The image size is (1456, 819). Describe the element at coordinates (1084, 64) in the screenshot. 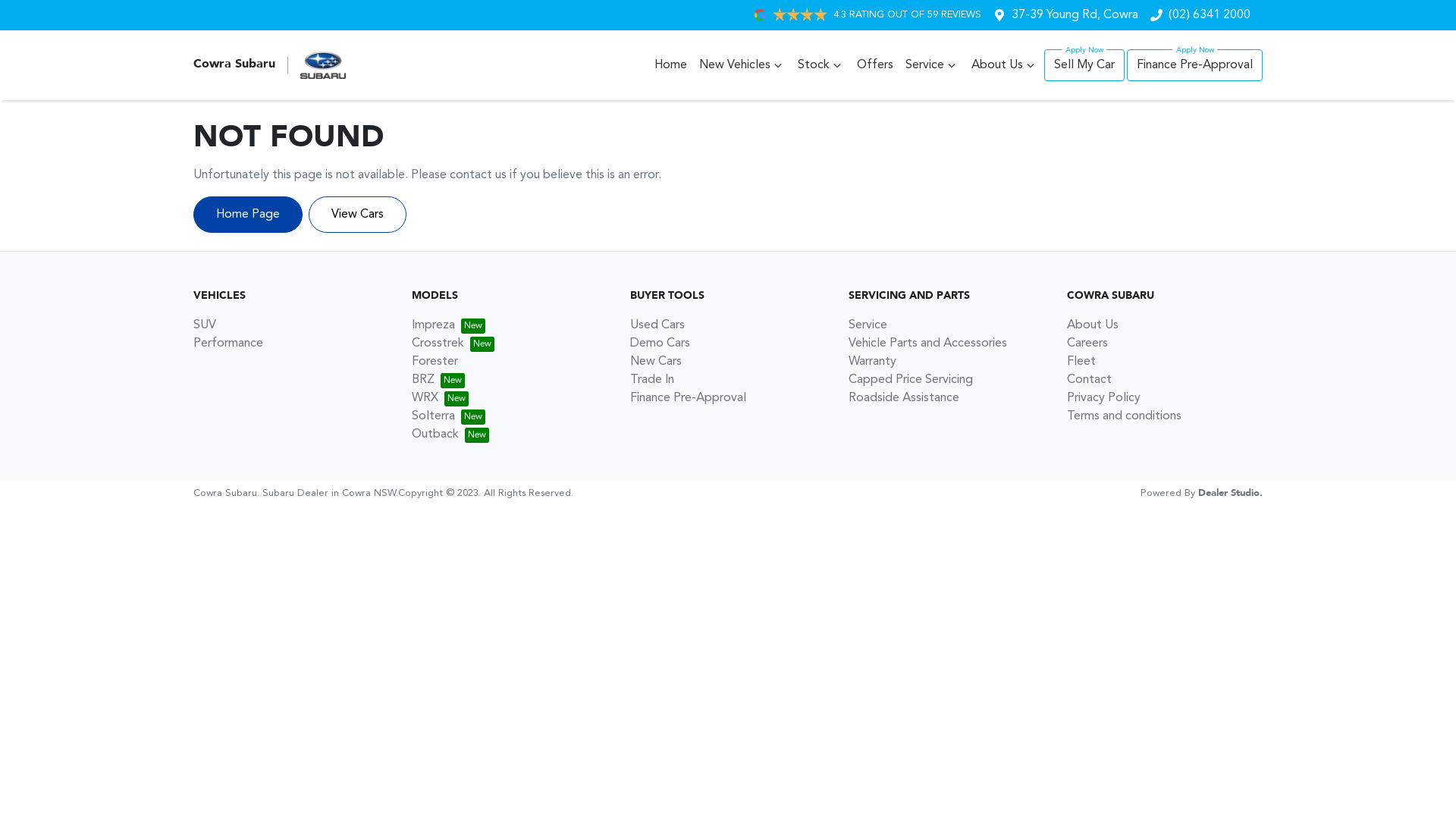

I see `'Sell My Car'` at that location.